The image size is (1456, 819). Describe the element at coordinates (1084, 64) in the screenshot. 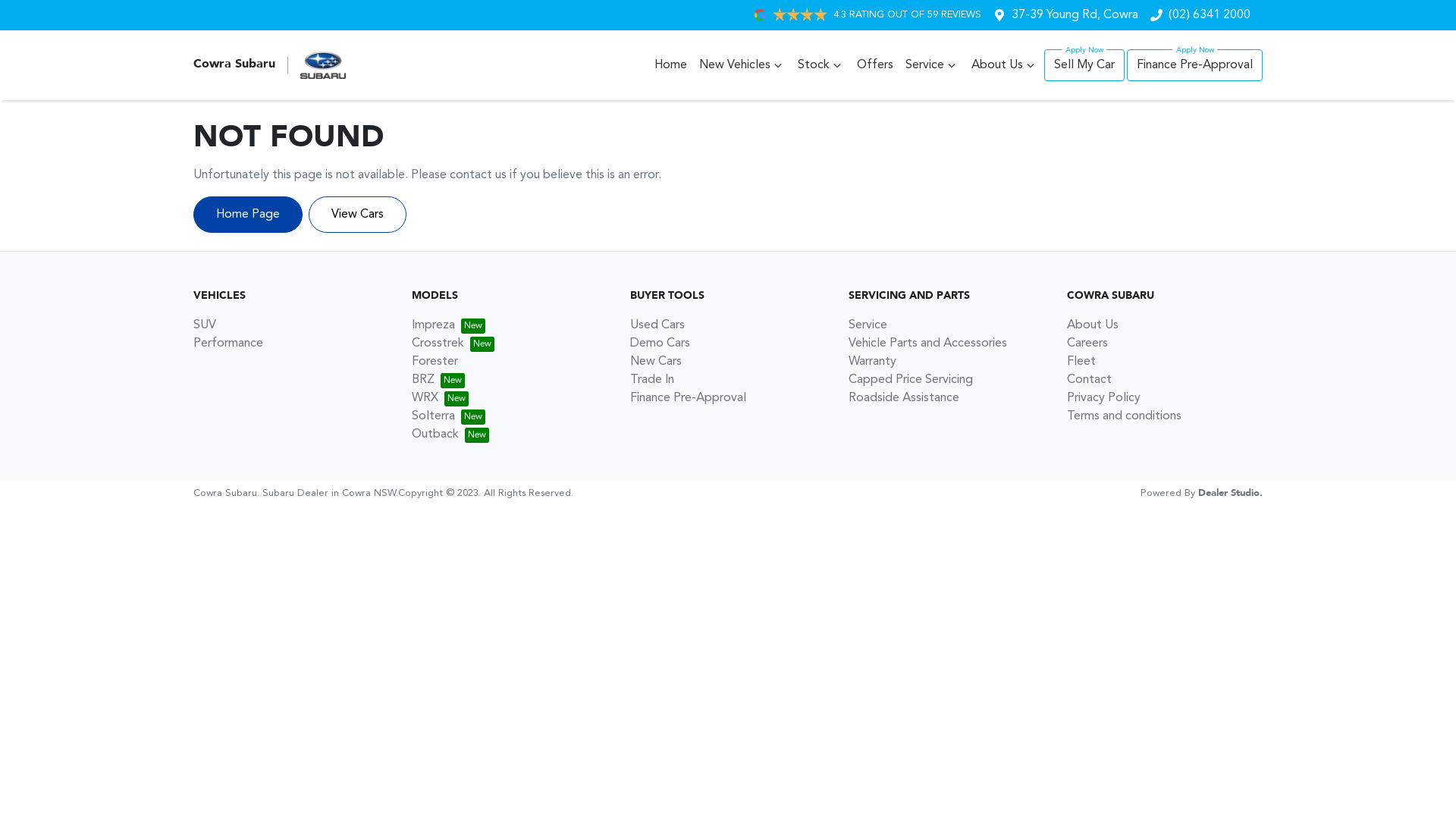

I see `'Sell My Car'` at that location.